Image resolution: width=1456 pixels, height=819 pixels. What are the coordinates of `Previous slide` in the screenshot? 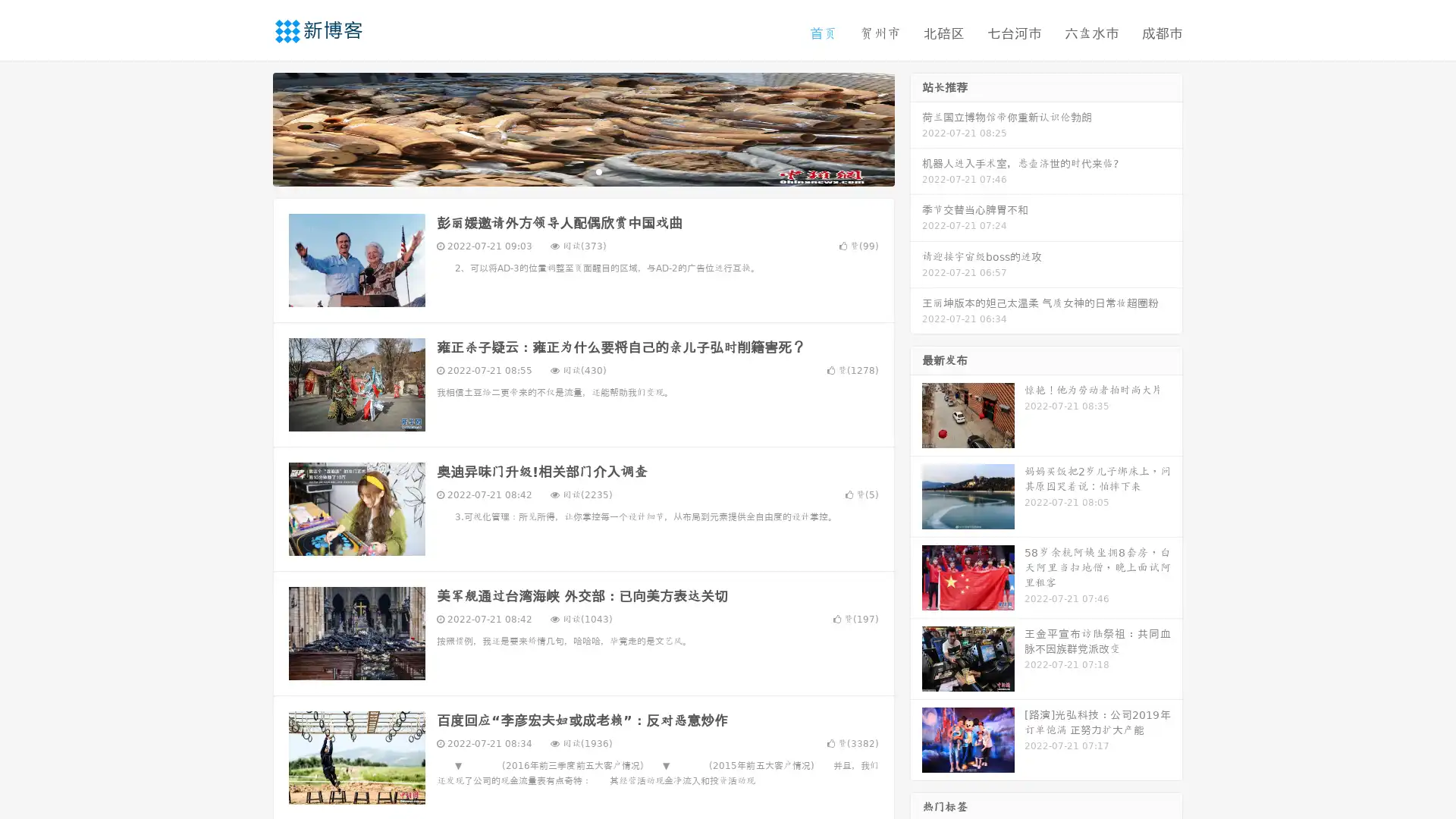 It's located at (250, 127).